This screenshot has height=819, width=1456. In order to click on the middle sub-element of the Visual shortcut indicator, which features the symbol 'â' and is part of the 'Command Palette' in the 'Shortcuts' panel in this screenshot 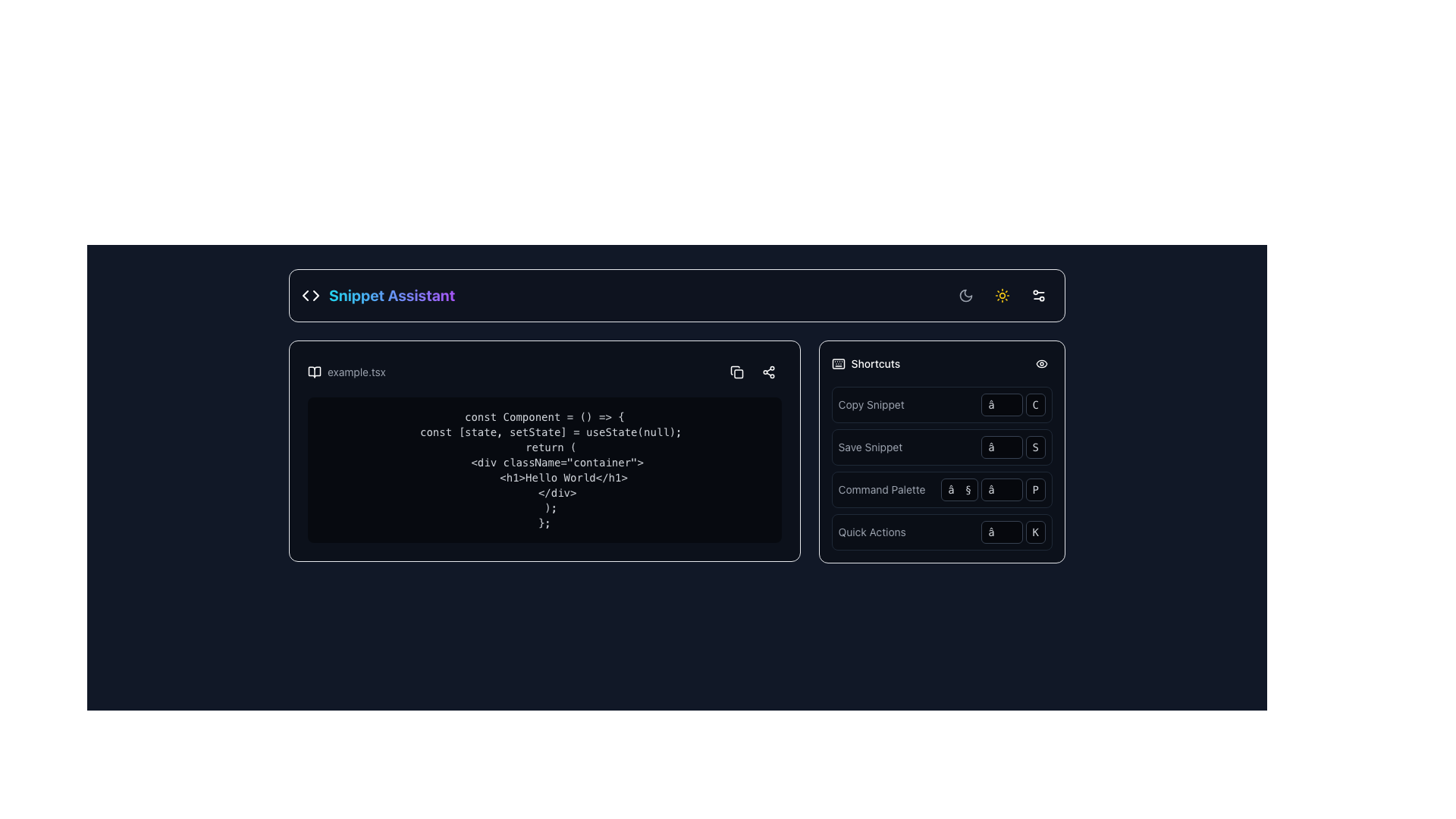, I will do `click(993, 489)`.